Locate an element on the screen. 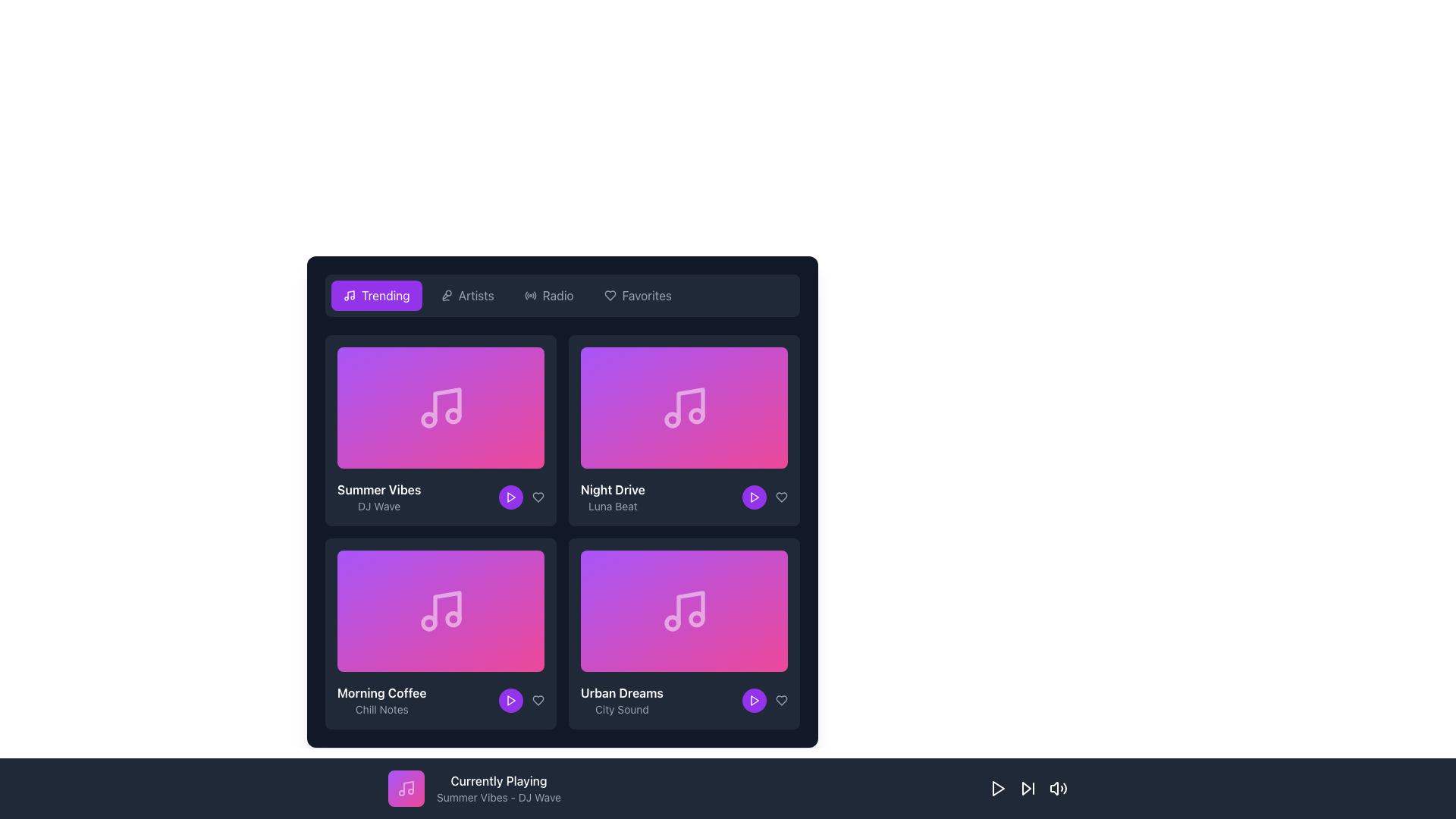 The width and height of the screenshot is (1456, 819). the 'Artists' navigation link element using keyboard navigation is located at coordinates (475, 295).